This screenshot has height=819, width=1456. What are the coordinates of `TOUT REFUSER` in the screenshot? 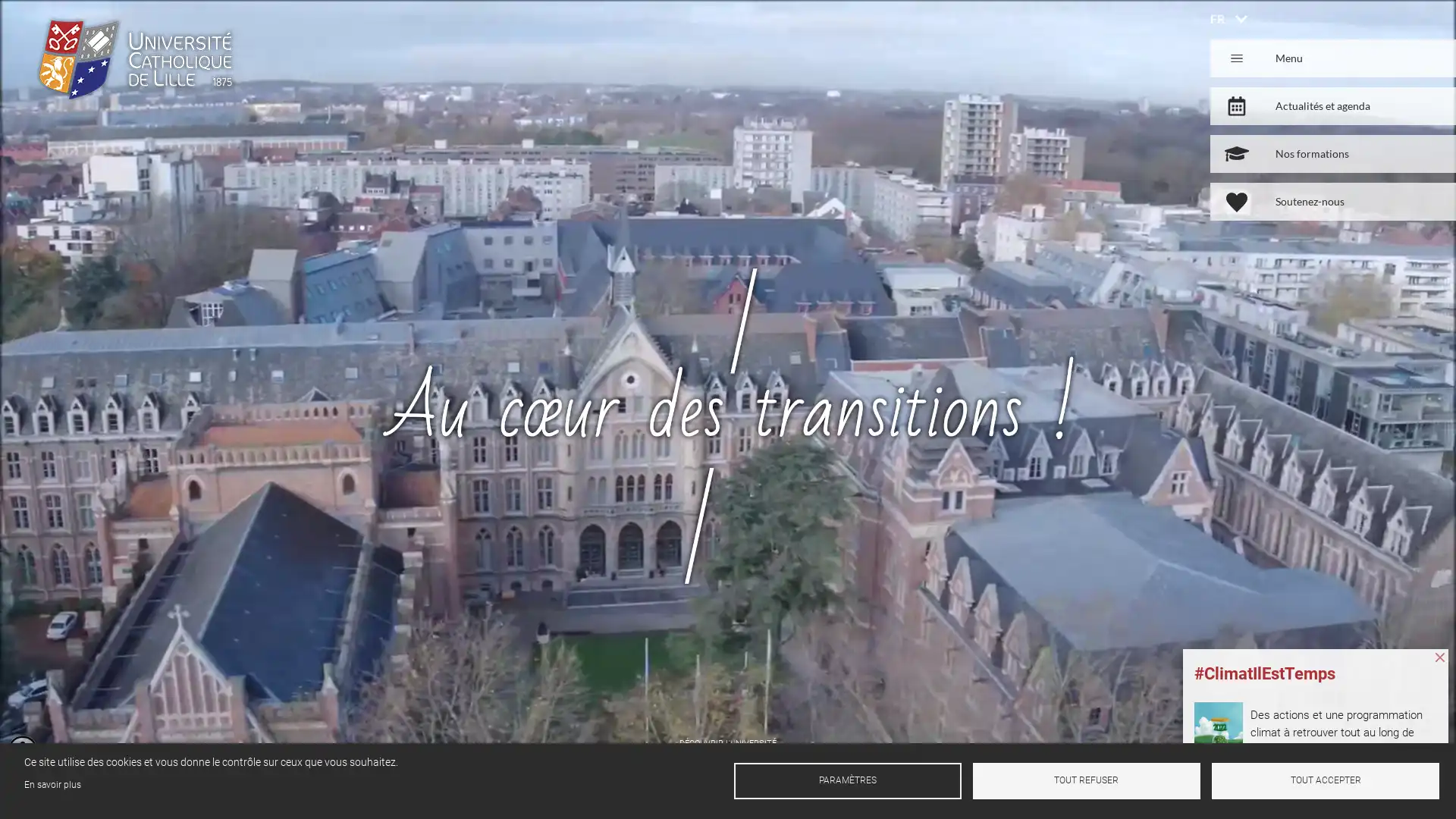 It's located at (1084, 780).